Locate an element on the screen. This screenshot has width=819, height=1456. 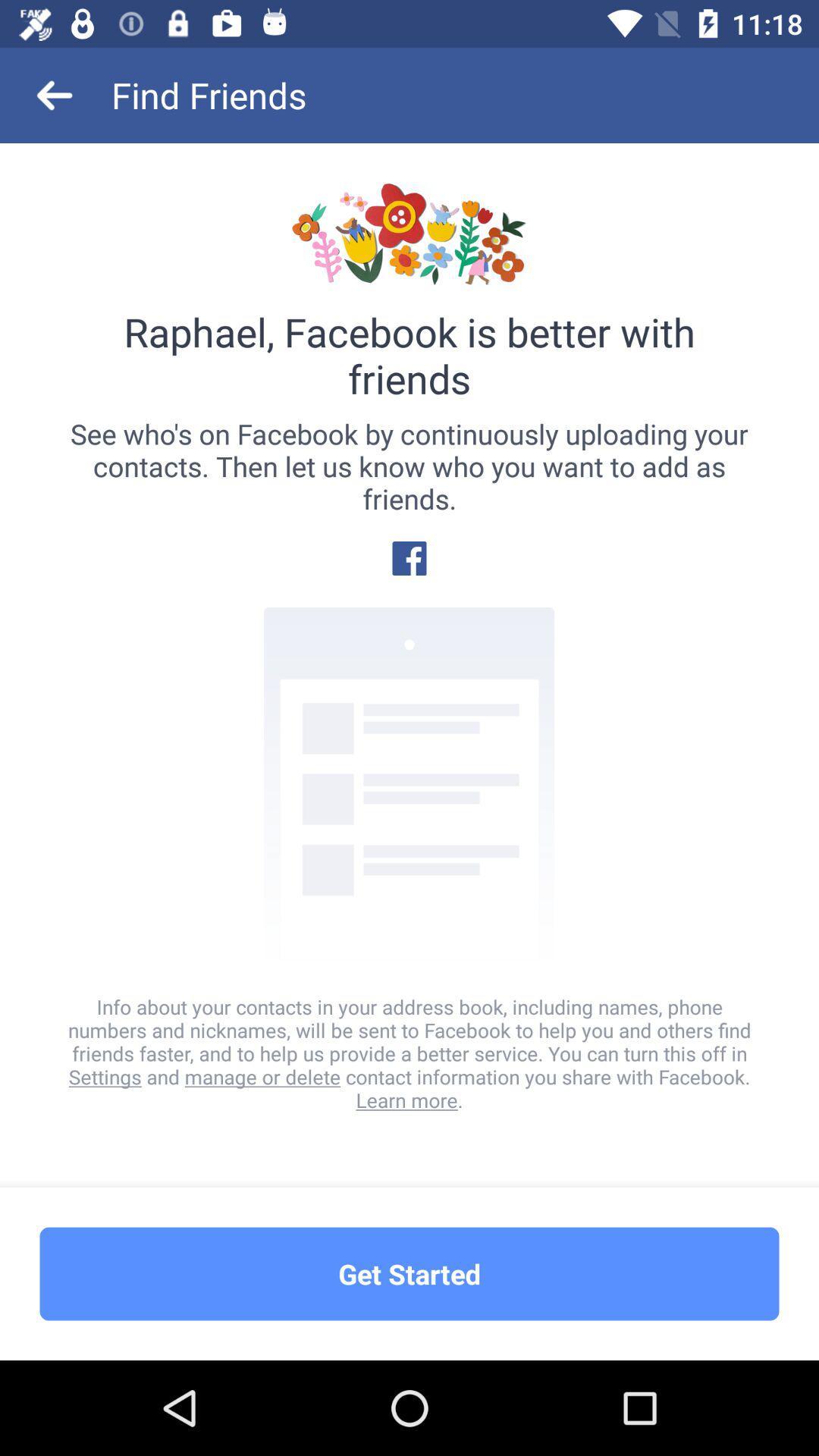
the info about your item is located at coordinates (409, 1053).